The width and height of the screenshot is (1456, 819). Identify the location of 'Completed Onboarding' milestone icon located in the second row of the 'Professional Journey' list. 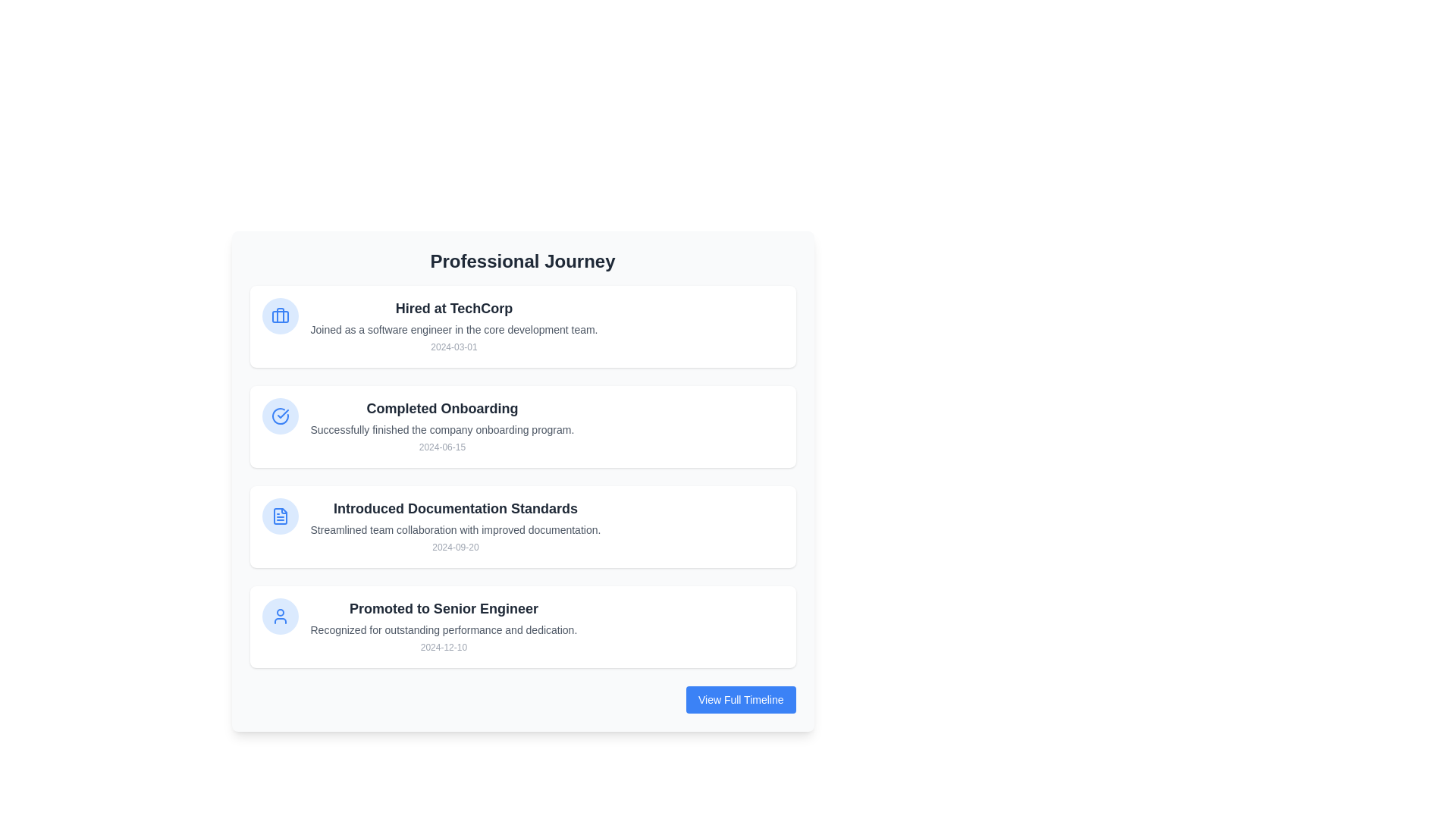
(280, 416).